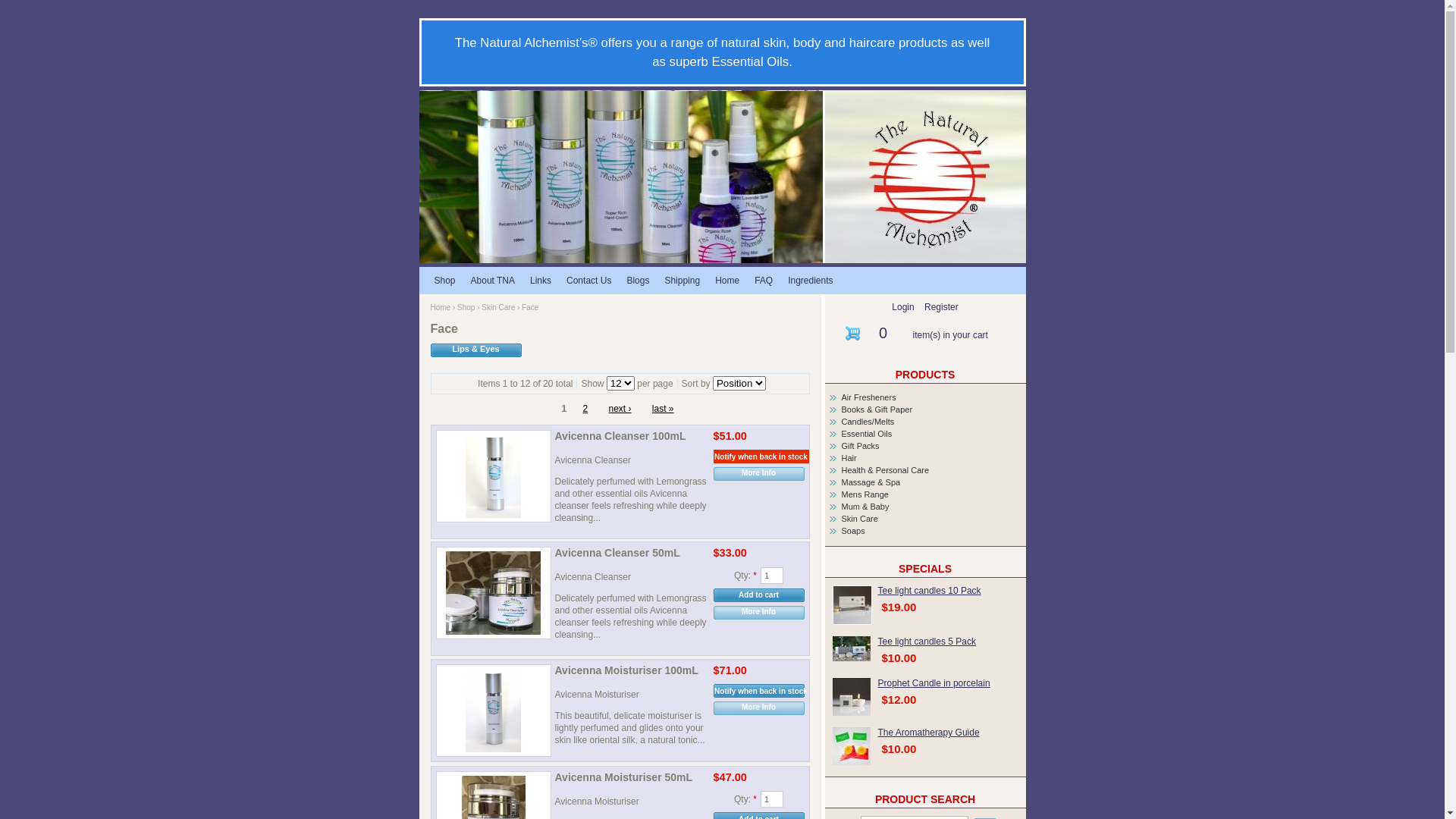  What do you see at coordinates (949, 334) in the screenshot?
I see `'item(s) in your cart'` at bounding box center [949, 334].